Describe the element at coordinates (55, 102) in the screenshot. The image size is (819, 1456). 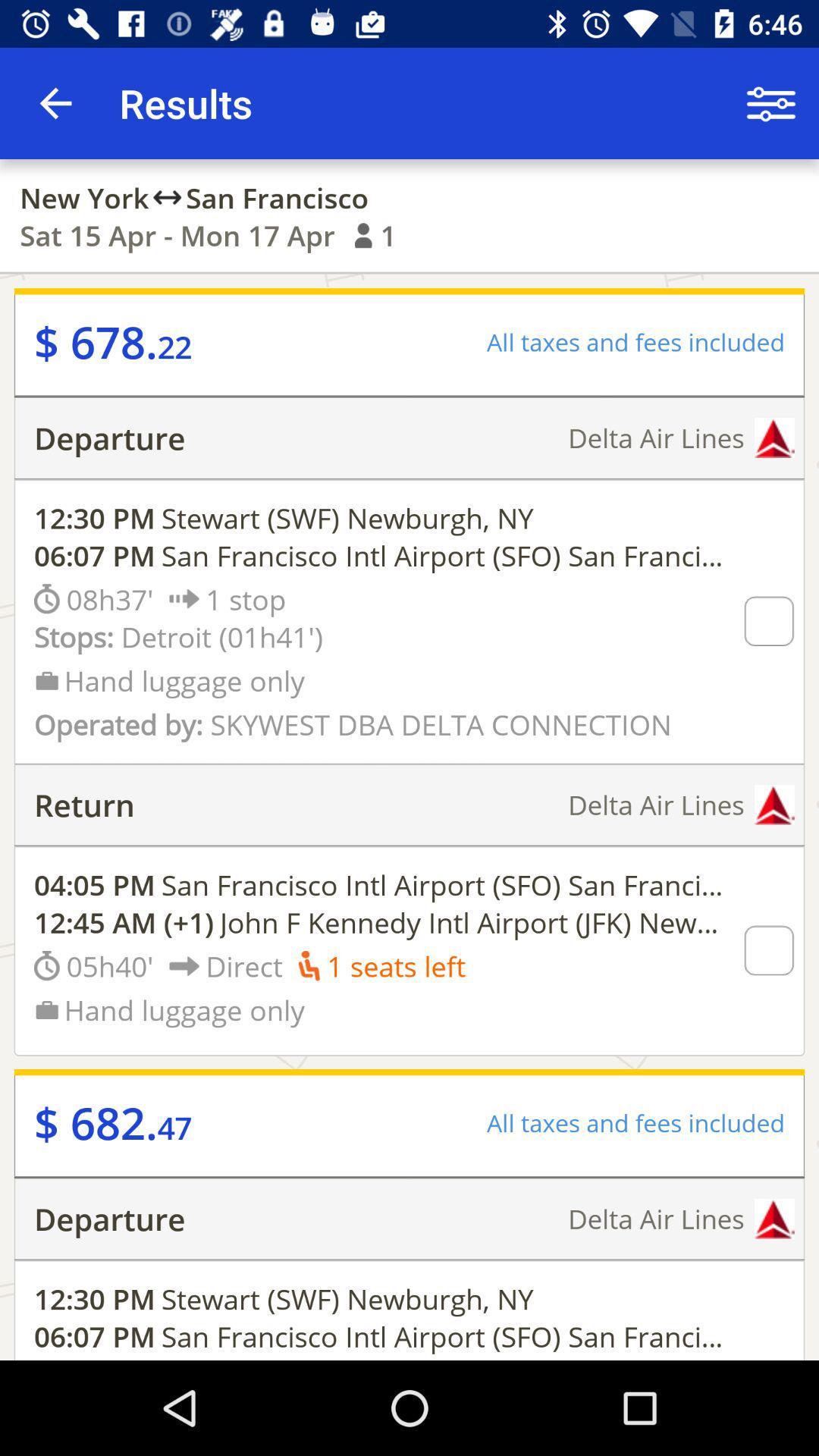
I see `the icon to the left of the results item` at that location.